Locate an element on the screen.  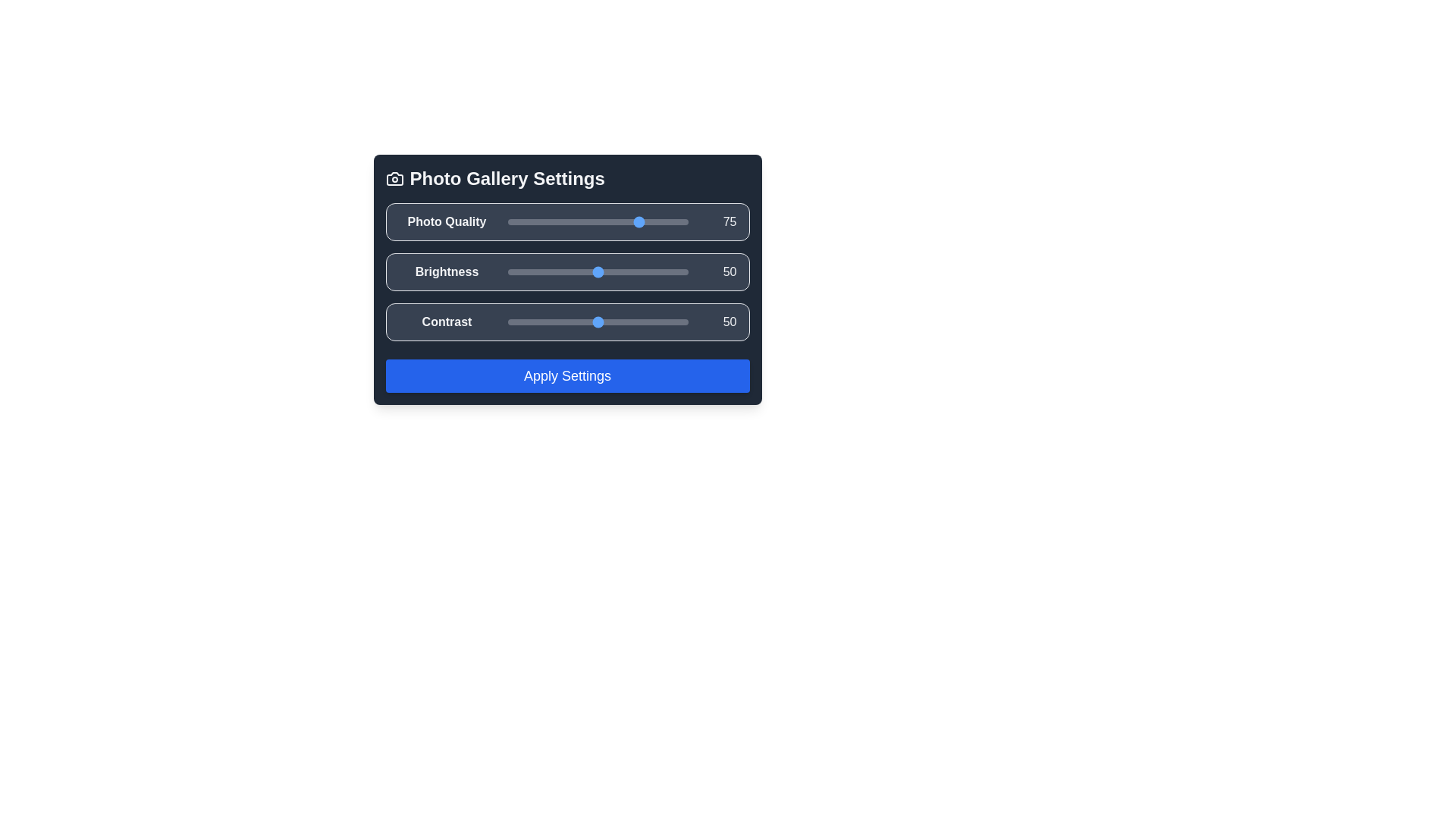
the photo quality is located at coordinates (561, 222).